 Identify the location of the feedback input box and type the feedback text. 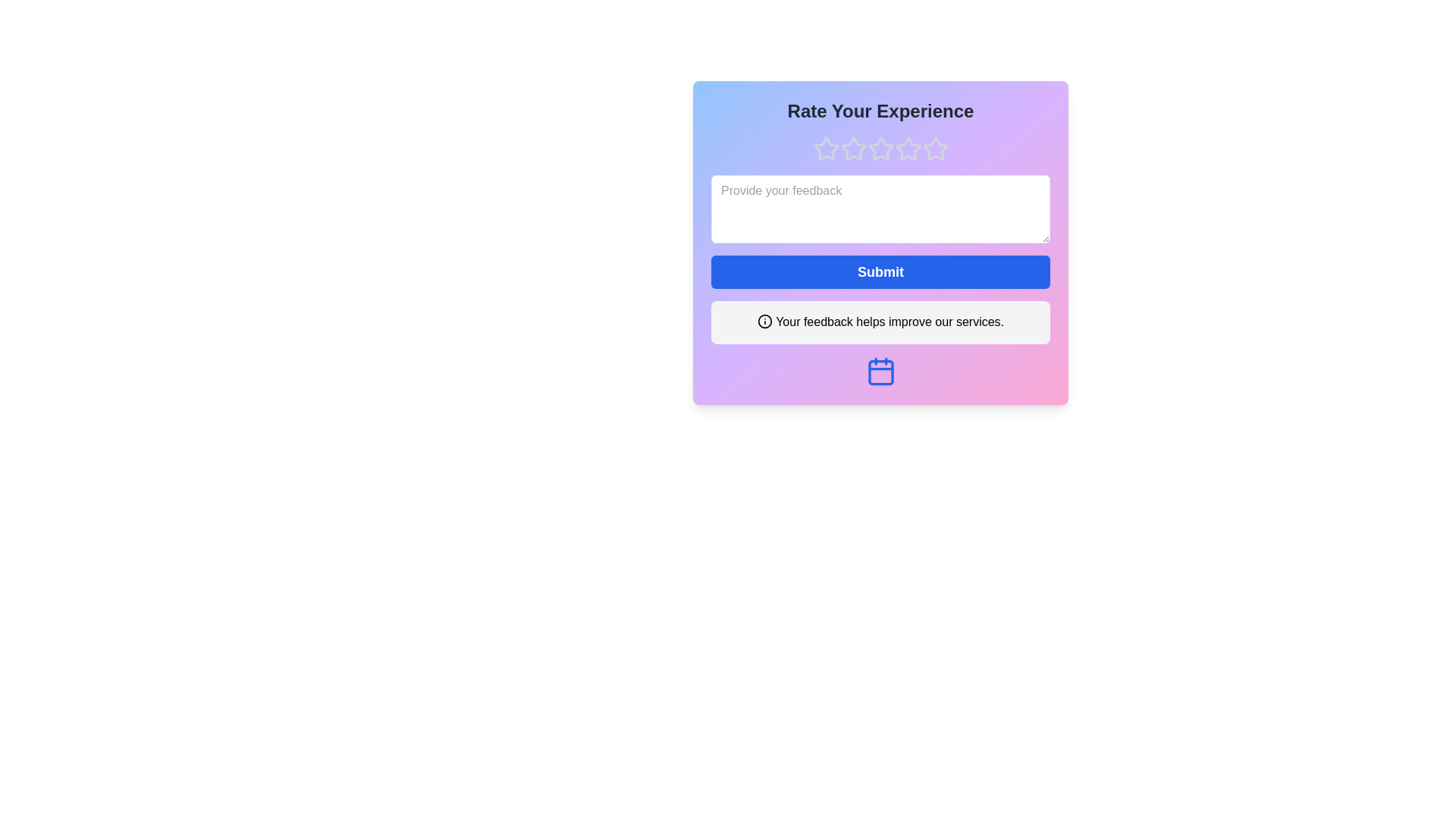
(880, 209).